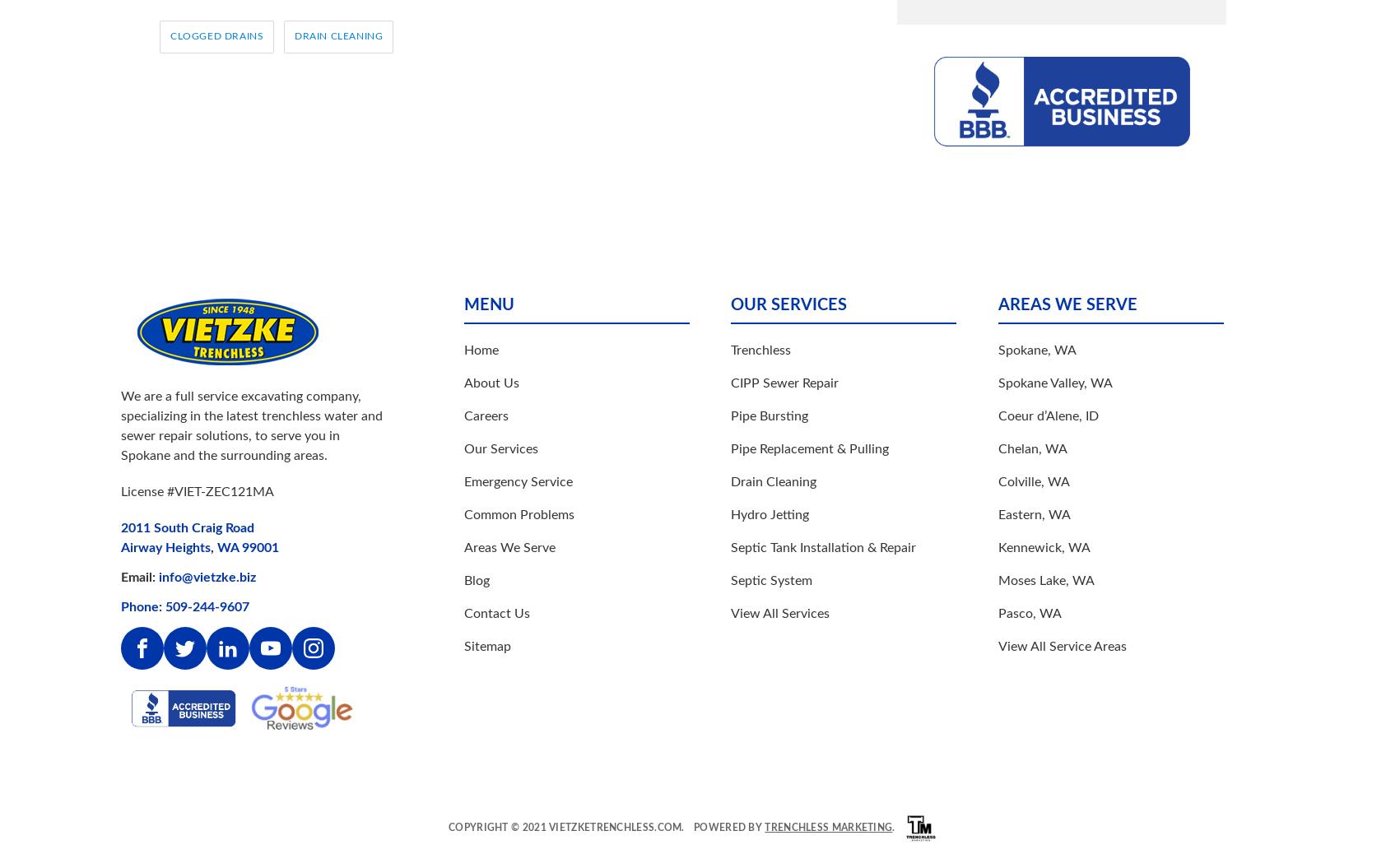 This screenshot has width=1386, height=868. Describe the element at coordinates (729, 579) in the screenshot. I see `'Septic System'` at that location.